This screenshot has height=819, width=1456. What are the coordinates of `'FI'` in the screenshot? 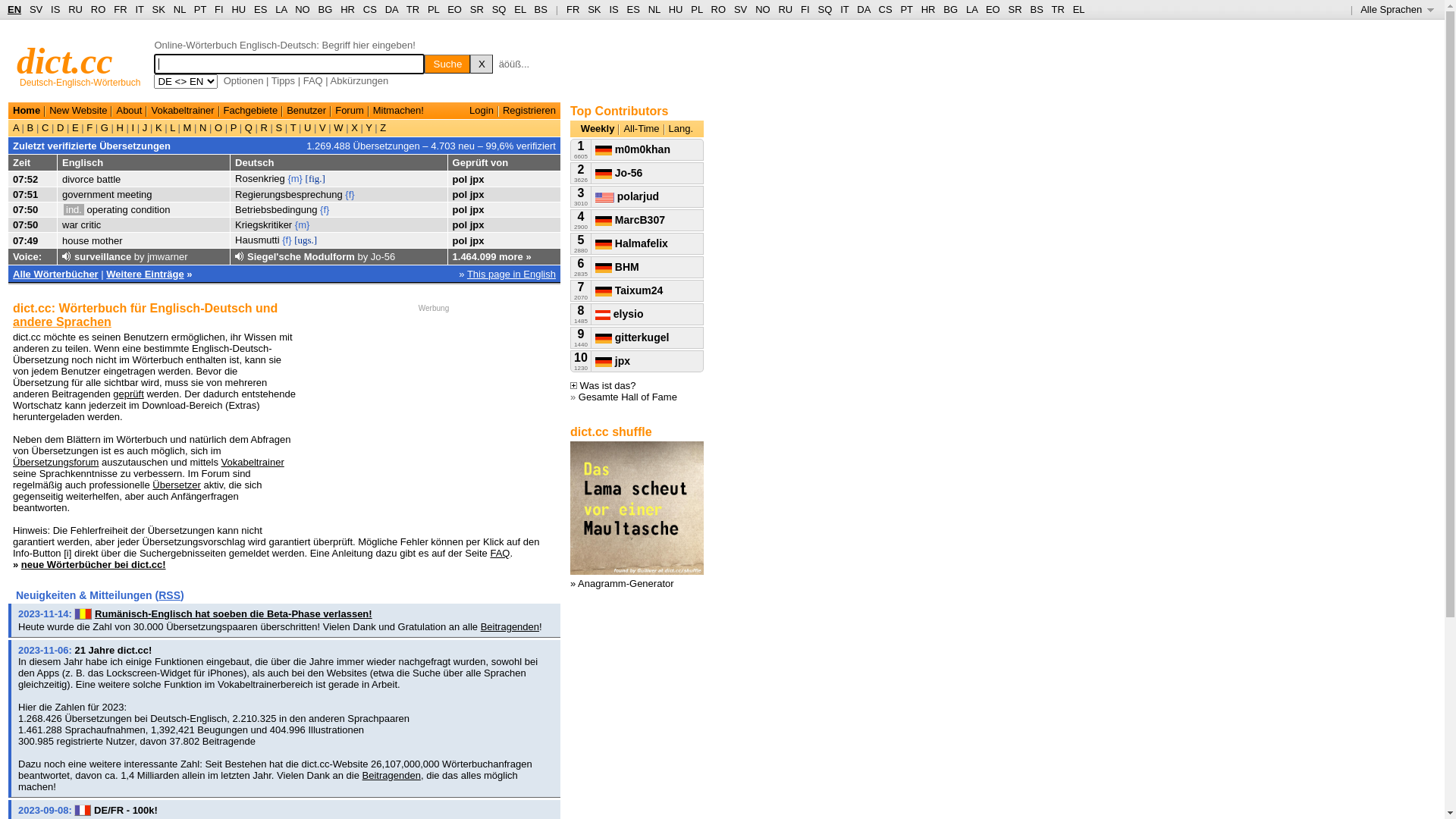 It's located at (214, 9).